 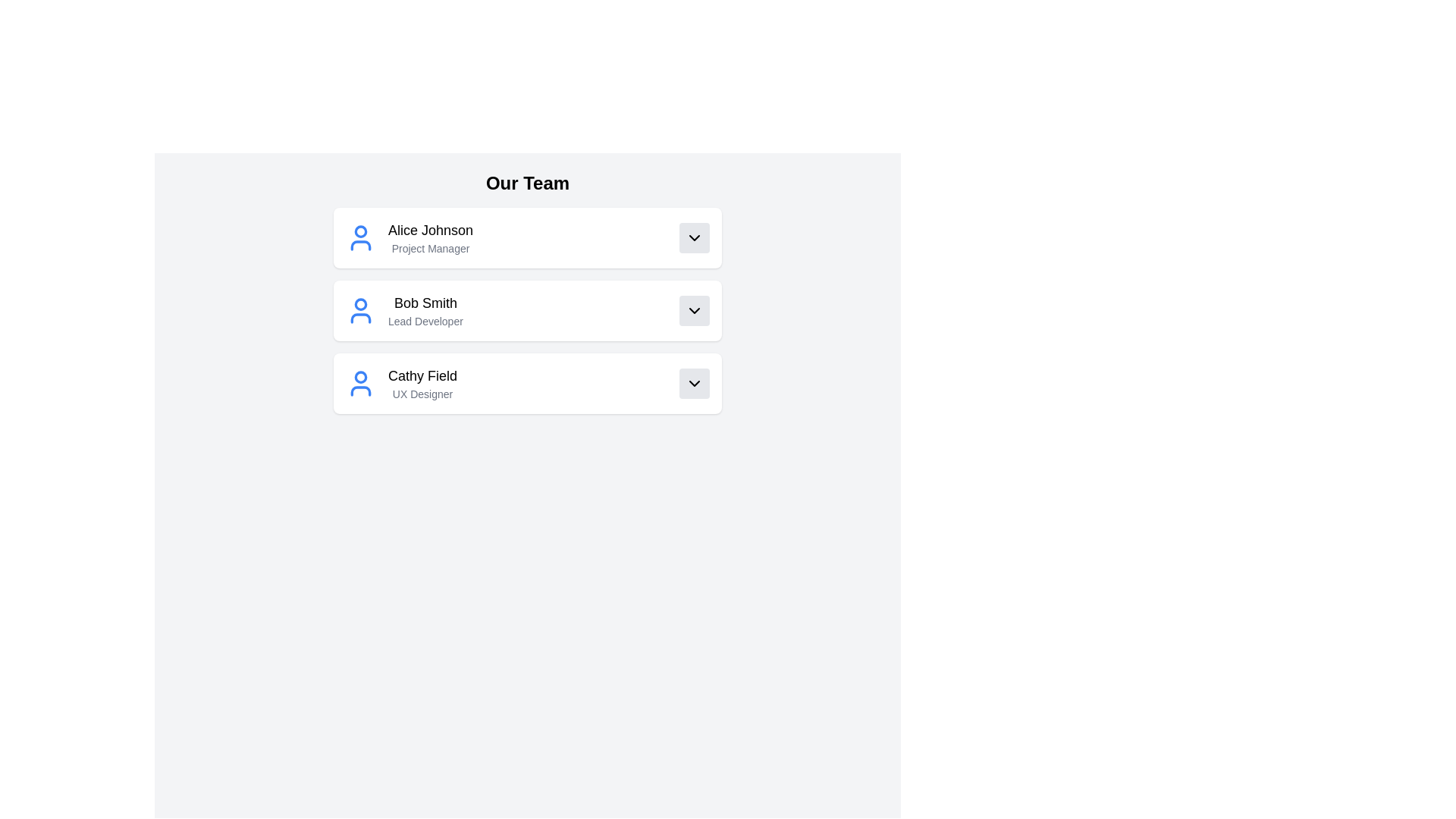 I want to click on the user icon representing 'Bob Smith', located in the second row of the 'Our Team' list, directly to the left of the texts 'Bob Smith' and 'Lead Developer', so click(x=359, y=309).